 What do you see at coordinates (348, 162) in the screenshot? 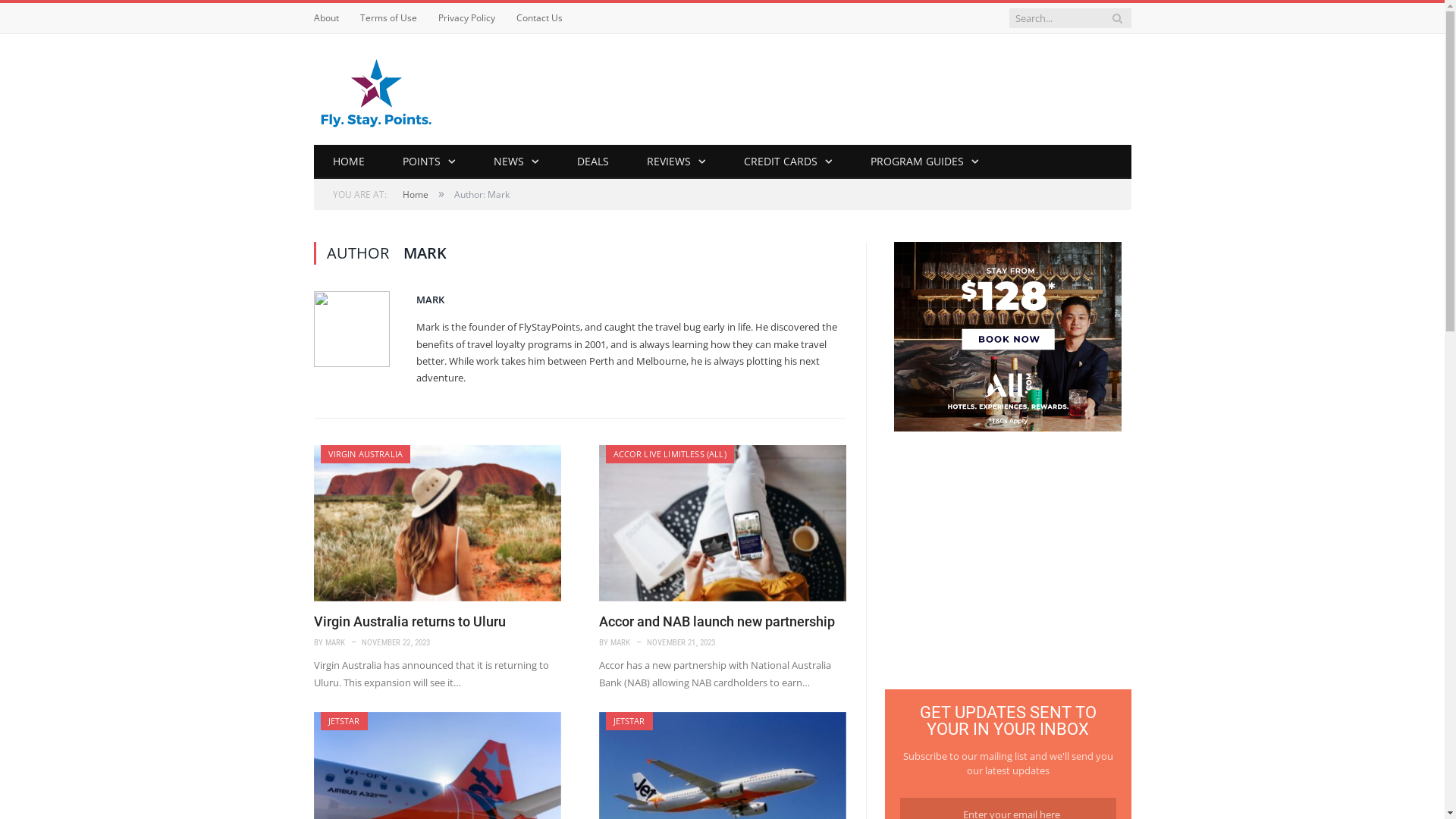
I see `'HOME'` at bounding box center [348, 162].